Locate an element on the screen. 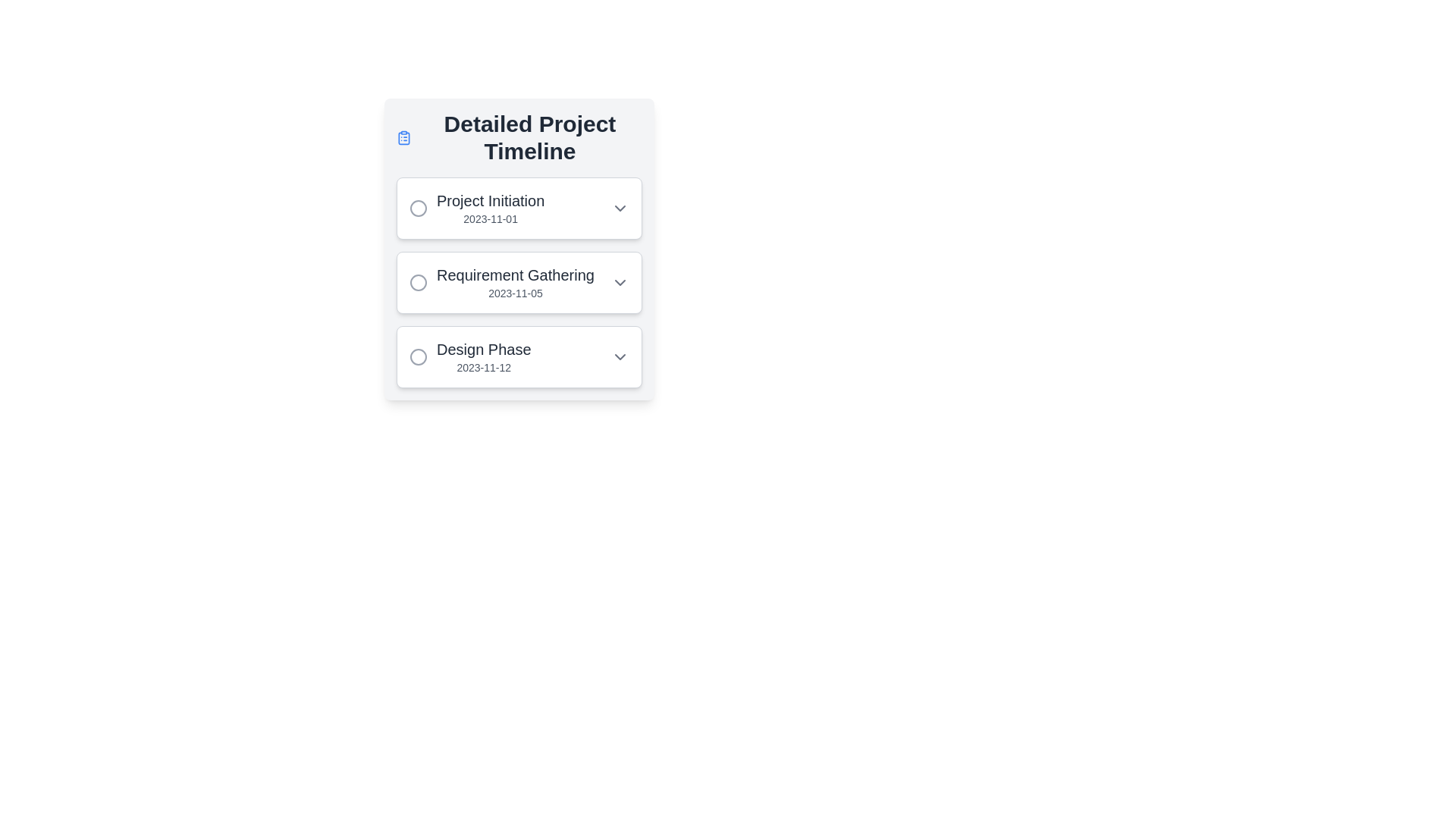 The width and height of the screenshot is (1456, 819). the third row in the timeline labeled 'Design Phase' is located at coordinates (519, 356).